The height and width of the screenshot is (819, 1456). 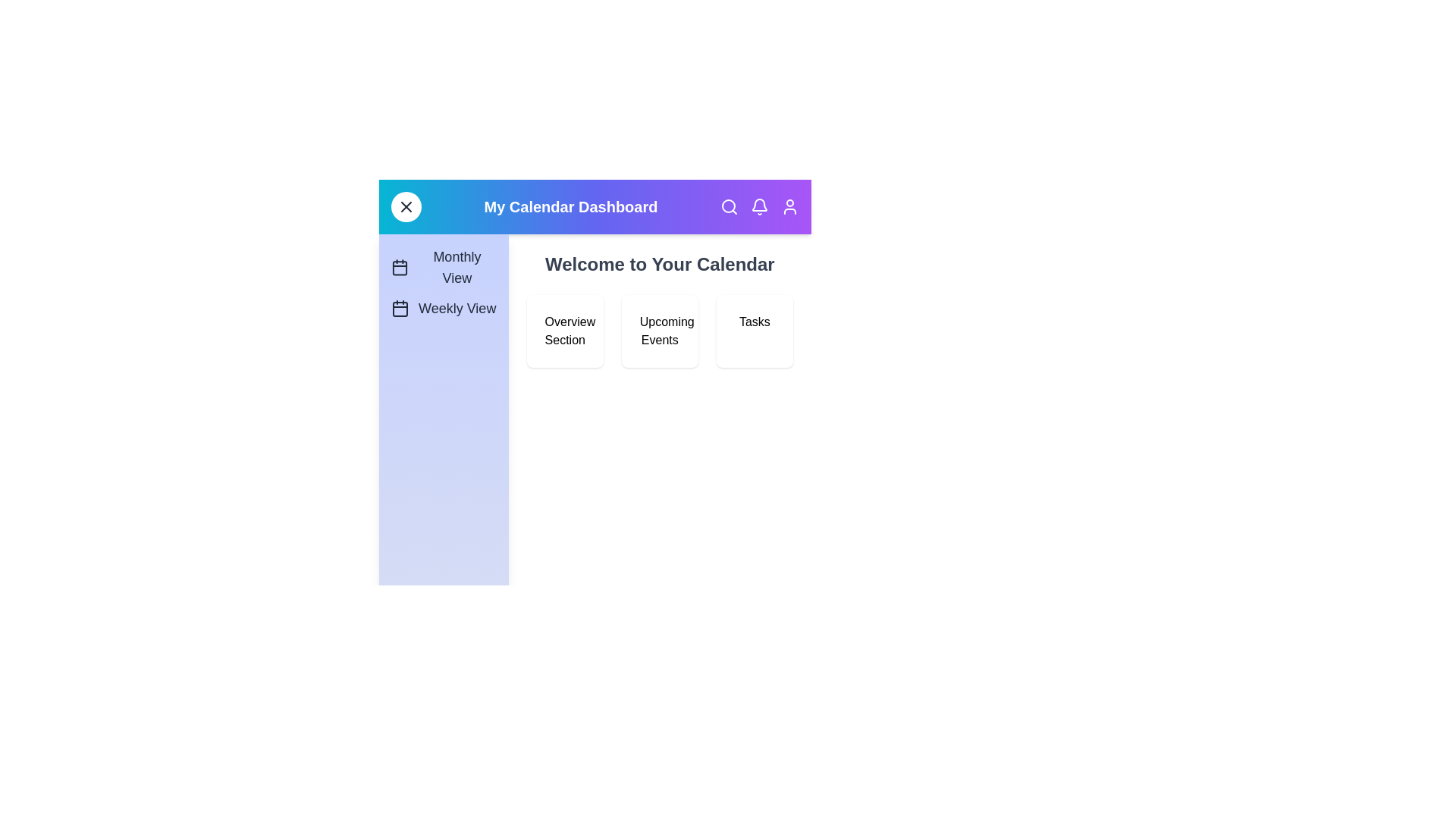 What do you see at coordinates (443, 283) in the screenshot?
I see `the 'Monthly View' option in the segmented control located in the left sidebar of the interface` at bounding box center [443, 283].